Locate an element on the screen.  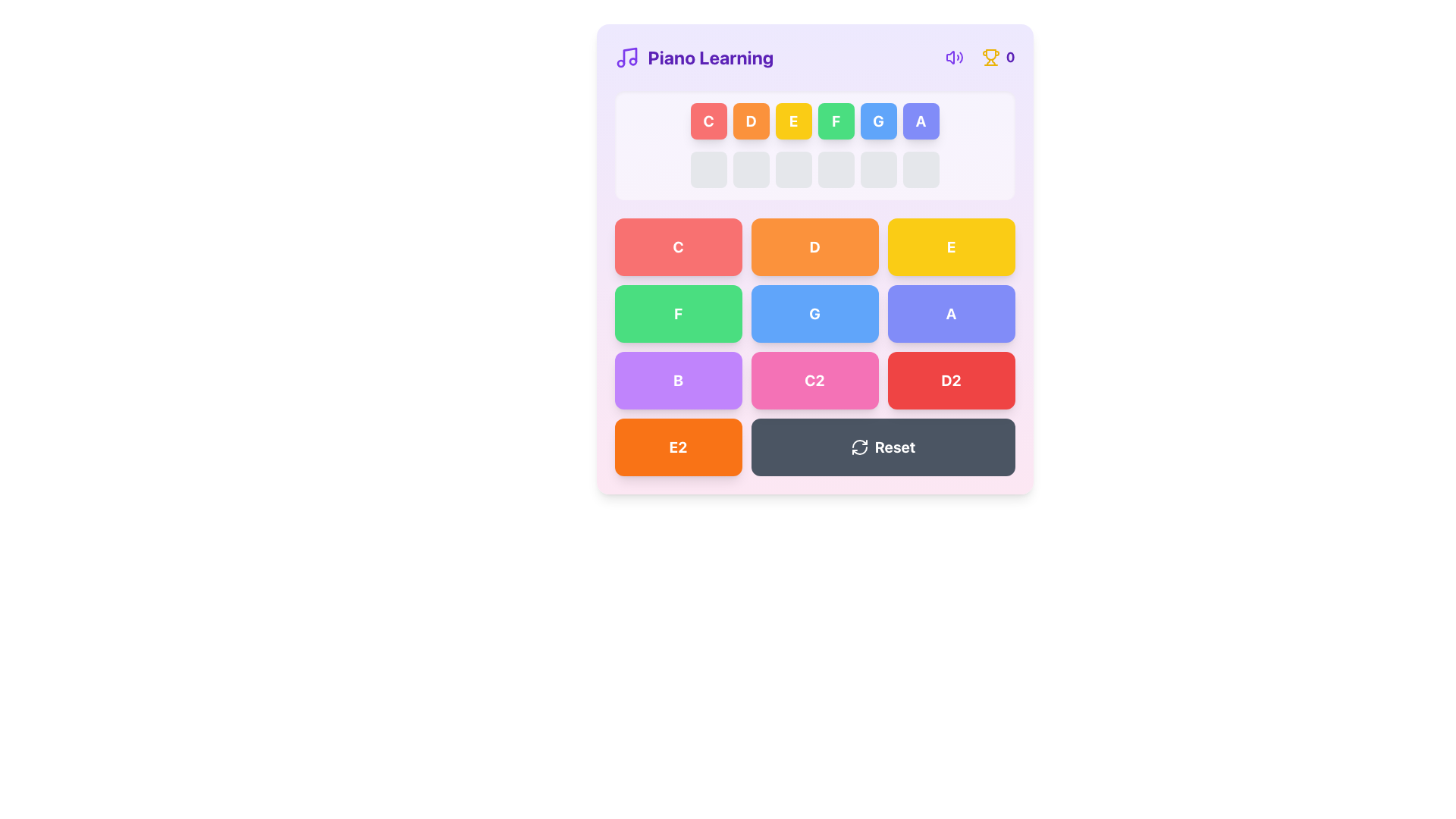
the audio settings toggle button located at the top-right corner of the interface, adjacent to a trophy icon and the number '0', to interact with it and likely toggle audio settings is located at coordinates (953, 57).